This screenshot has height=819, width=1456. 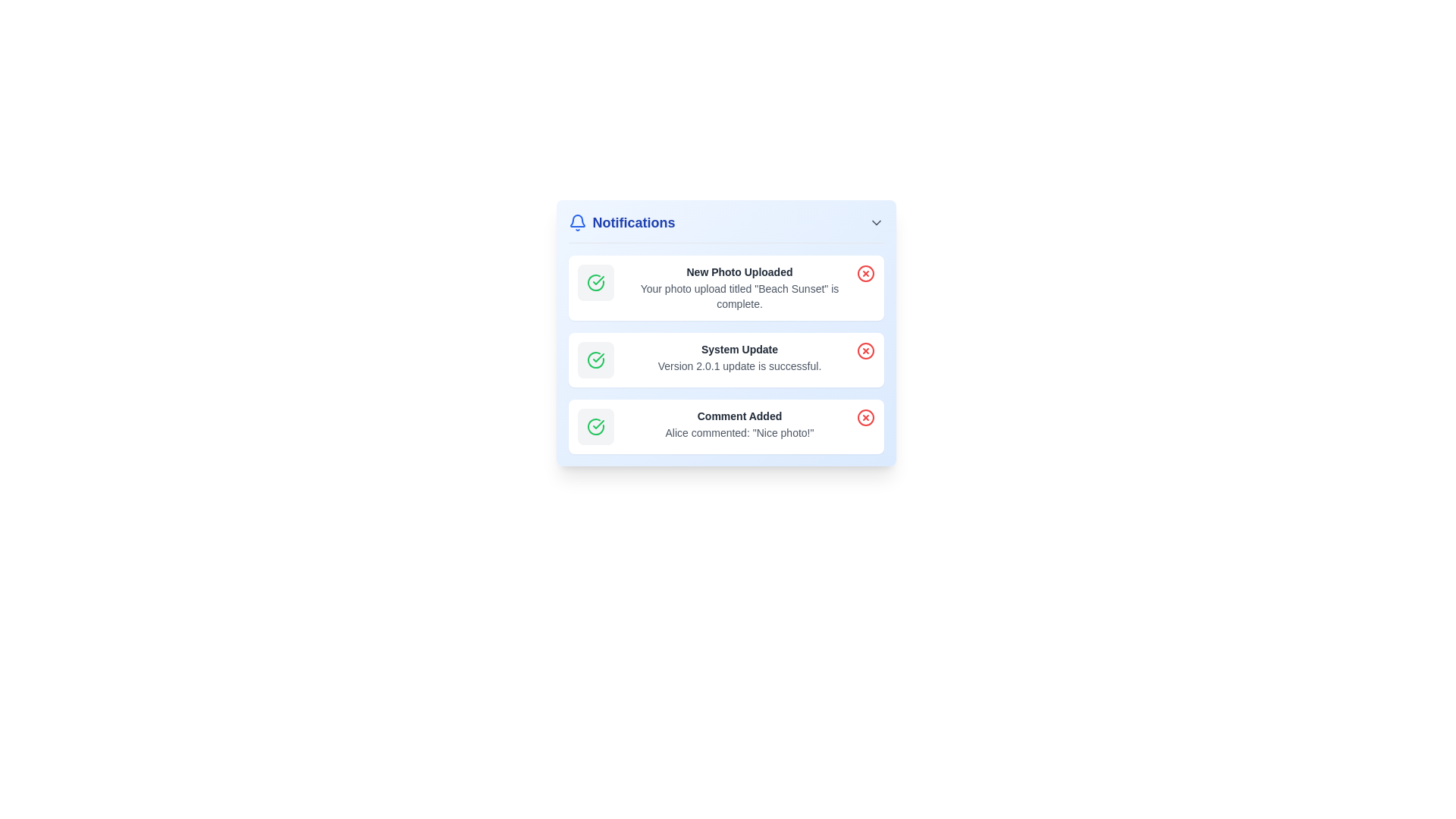 I want to click on the close button located at the top right of the third notification card labeled 'Comment Added' to change its color, so click(x=865, y=418).